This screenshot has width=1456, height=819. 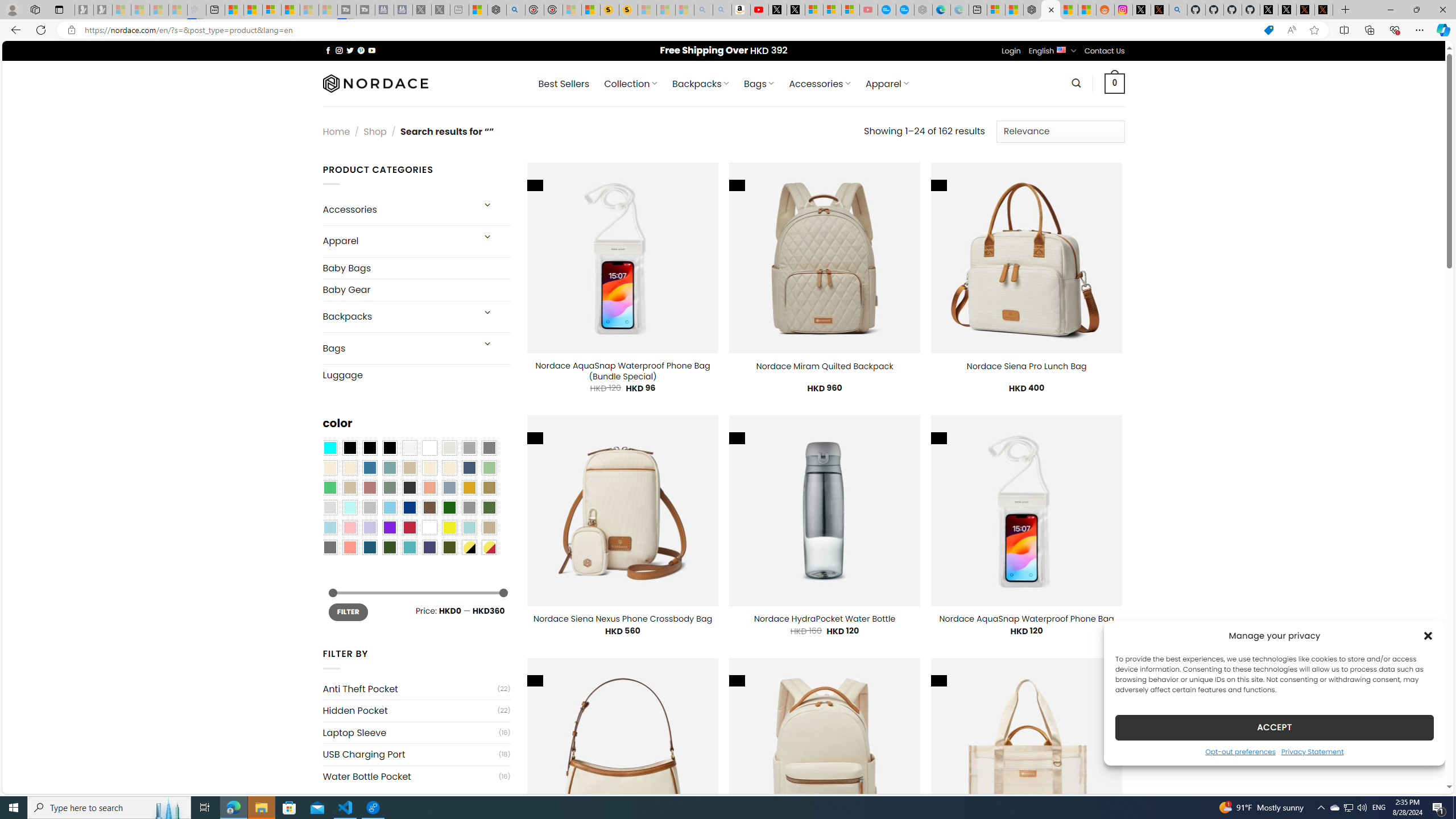 What do you see at coordinates (468, 468) in the screenshot?
I see `'Hale Navy'` at bounding box center [468, 468].